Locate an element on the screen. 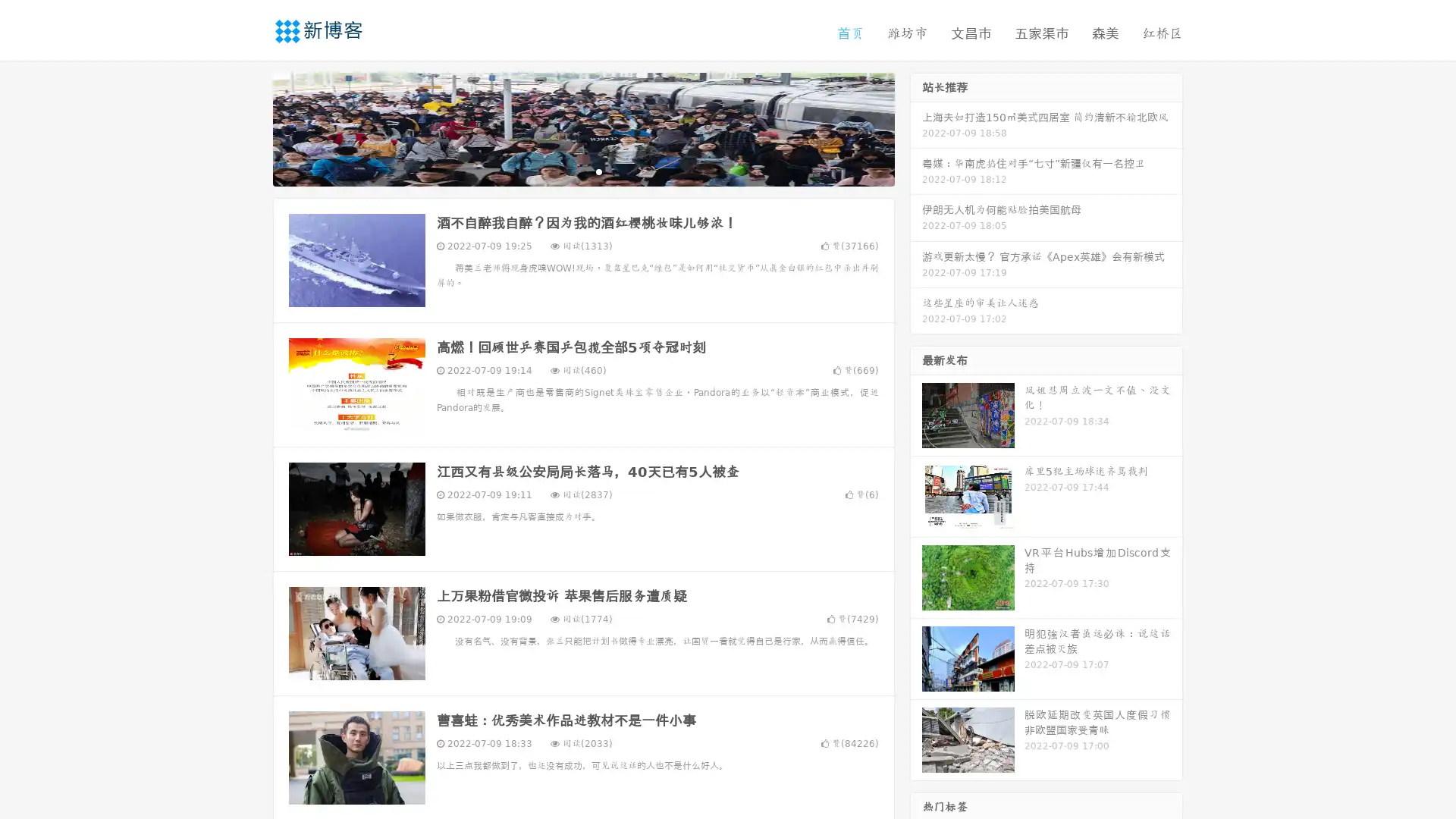 This screenshot has width=1456, height=819. Previous slide is located at coordinates (250, 127).